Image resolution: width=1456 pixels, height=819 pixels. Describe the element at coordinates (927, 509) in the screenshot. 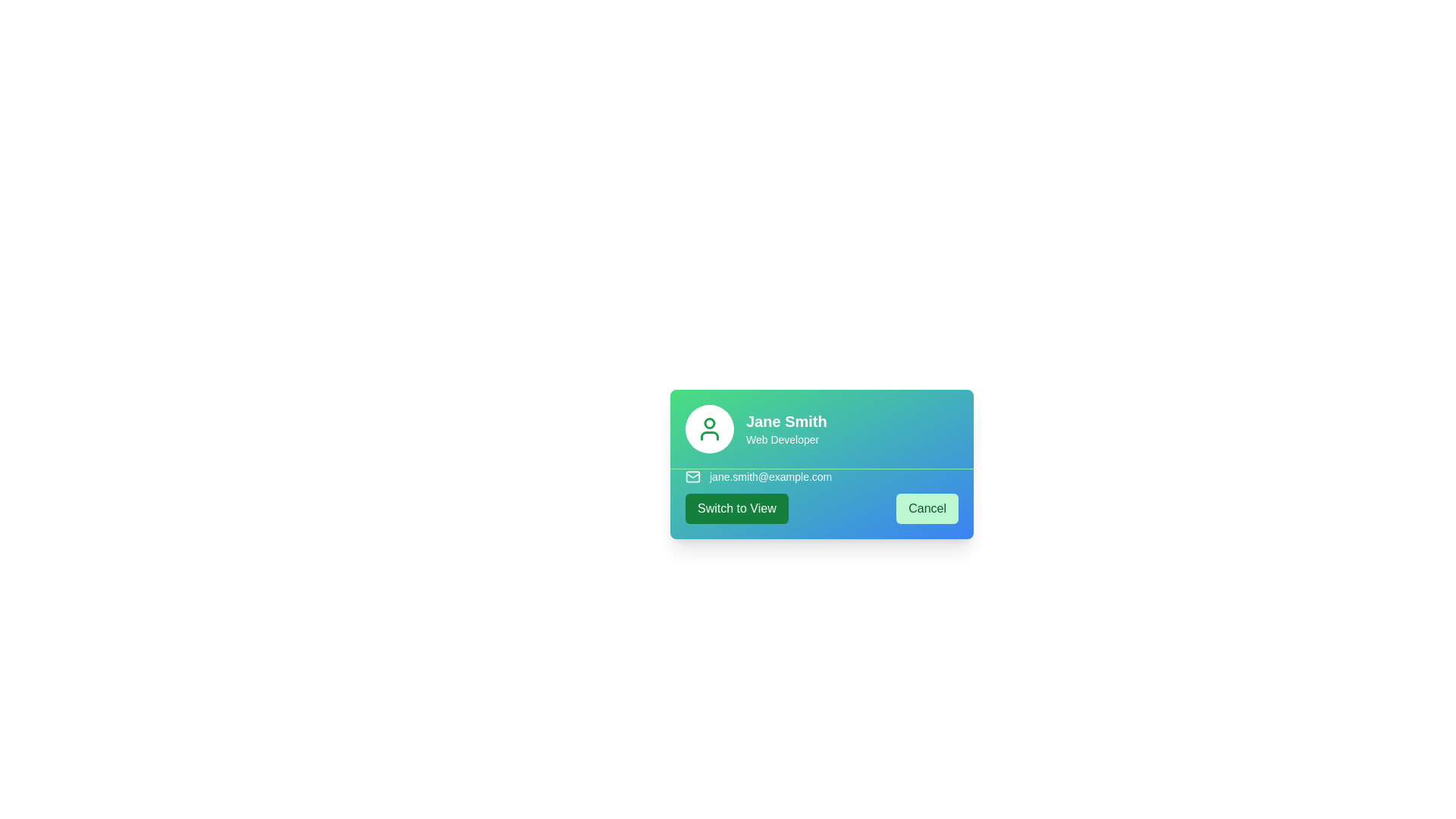

I see `the cancel button located at the bottom right of the card` at that location.